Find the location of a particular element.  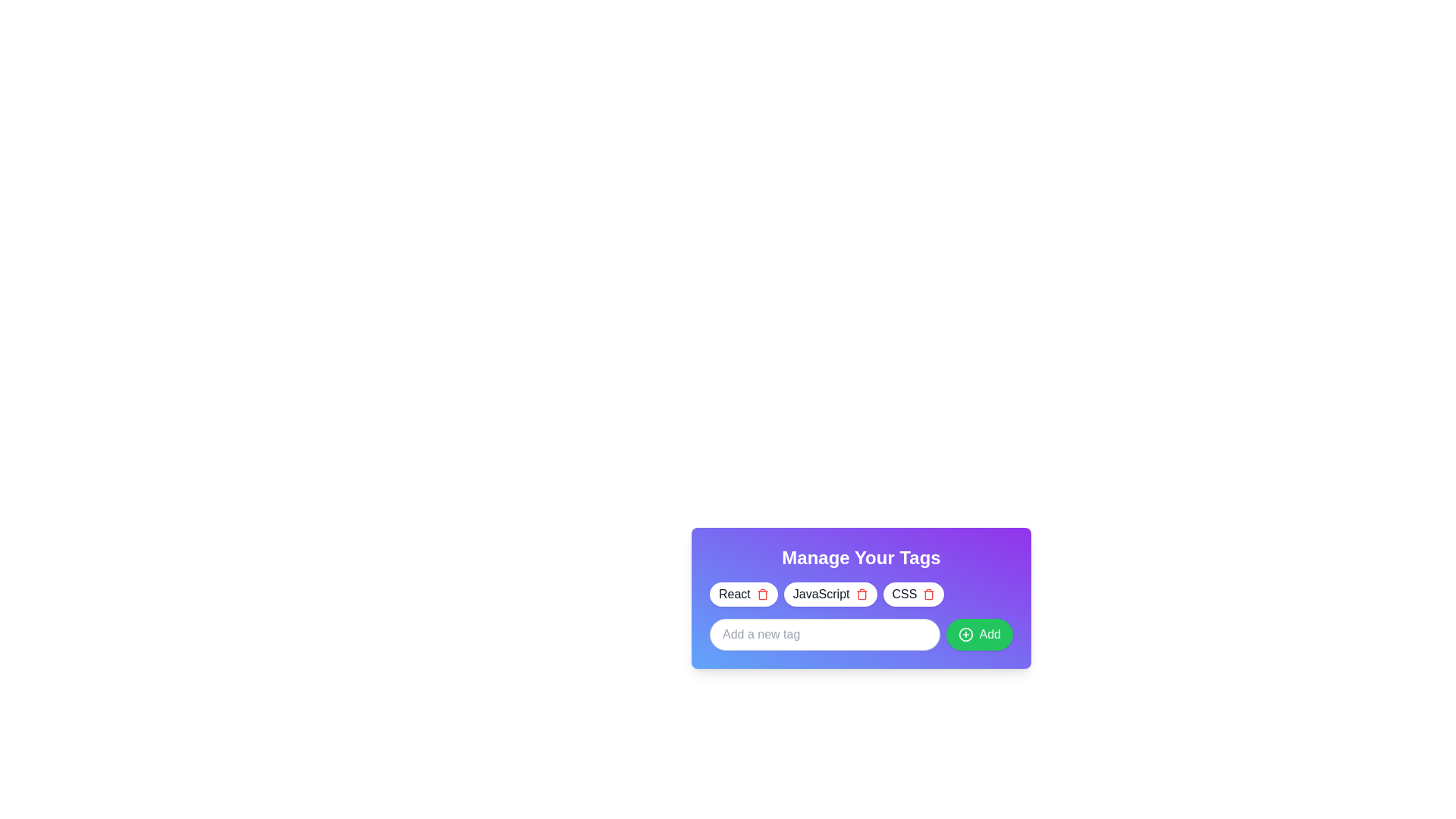

text label displaying 'JavaScript' that is centrally located within a rounded button in the 'Manage Your Tags' panel is located at coordinates (821, 593).